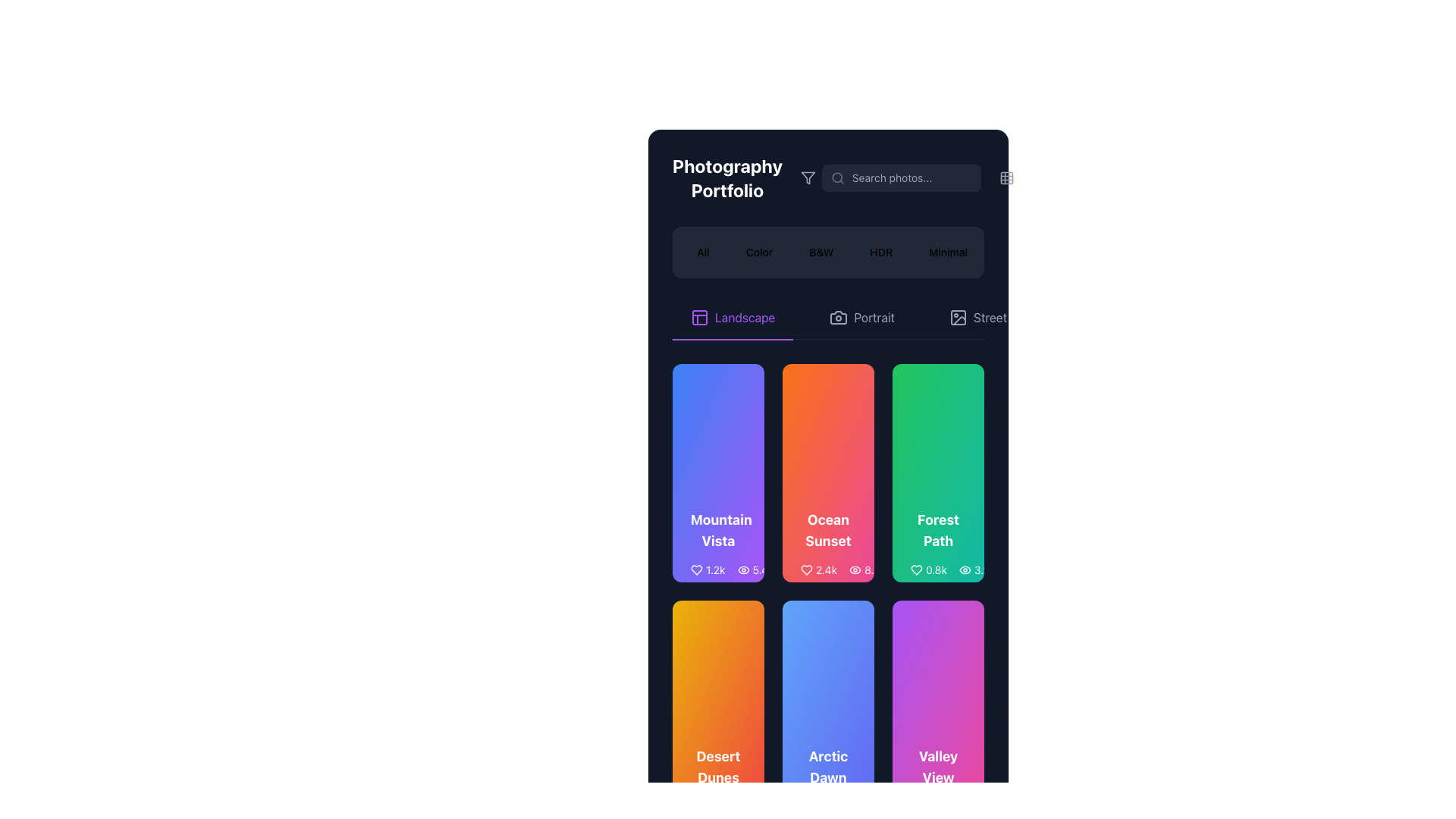  Describe the element at coordinates (786, 570) in the screenshot. I see `the share icon located within the button area adjacent to the heart icon and the view count icon on the 'Ocean Sunset' item card to initiate a sharing dialog or copy a link` at that location.